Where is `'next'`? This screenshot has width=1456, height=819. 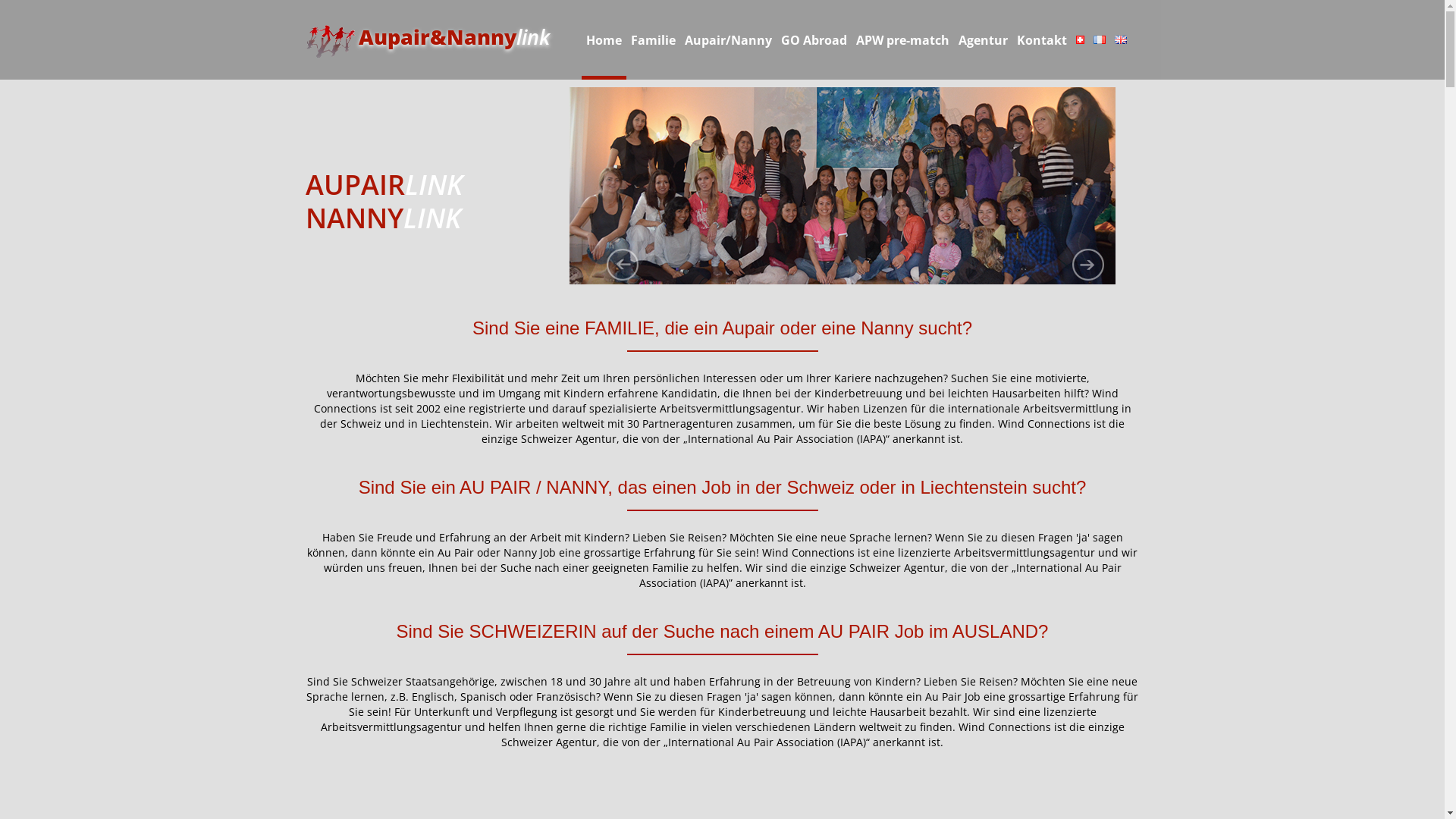 'next' is located at coordinates (1087, 263).